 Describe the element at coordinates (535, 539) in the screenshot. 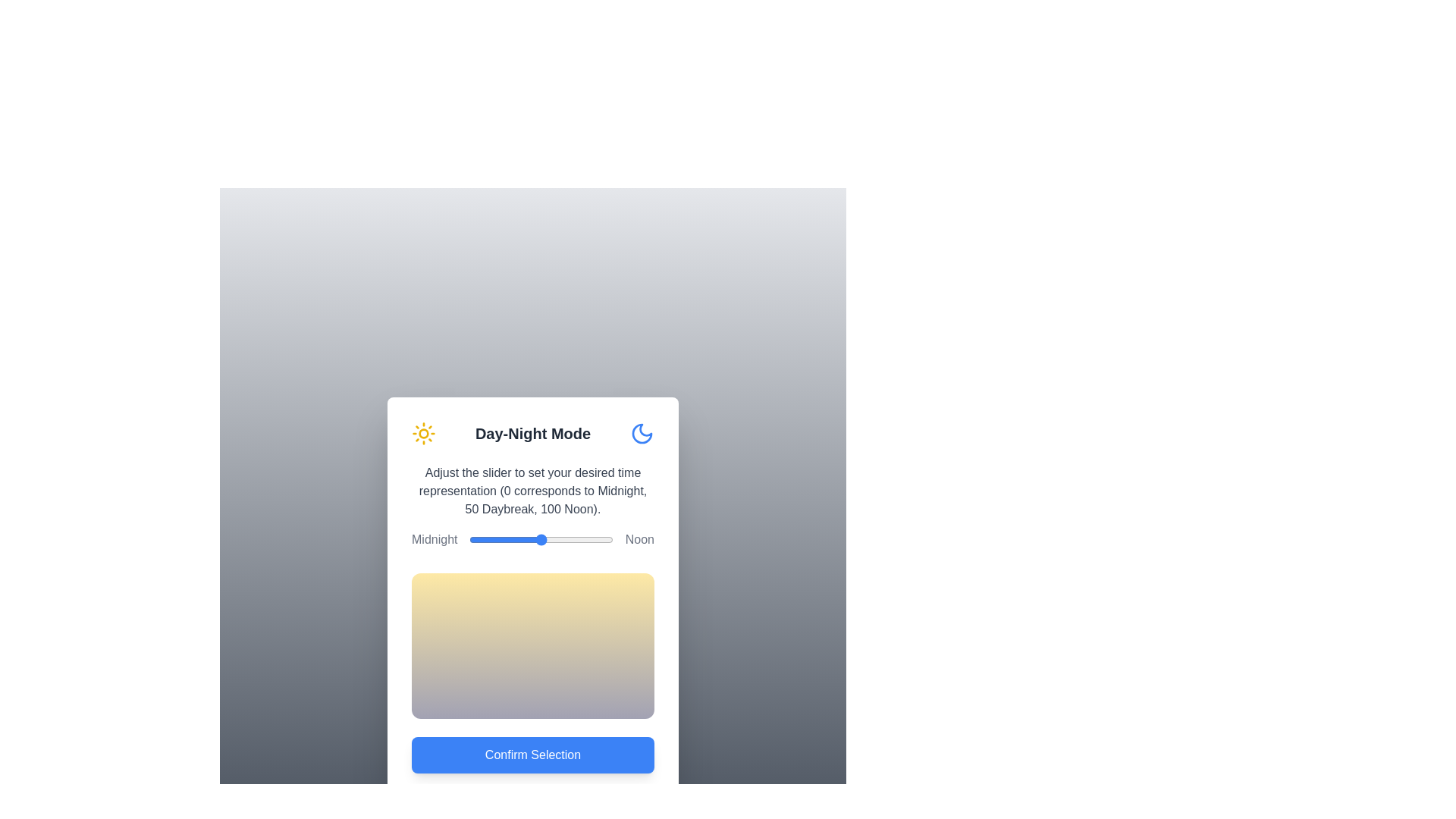

I see `the slider to set the time representation to 46, observing the gradient change` at that location.